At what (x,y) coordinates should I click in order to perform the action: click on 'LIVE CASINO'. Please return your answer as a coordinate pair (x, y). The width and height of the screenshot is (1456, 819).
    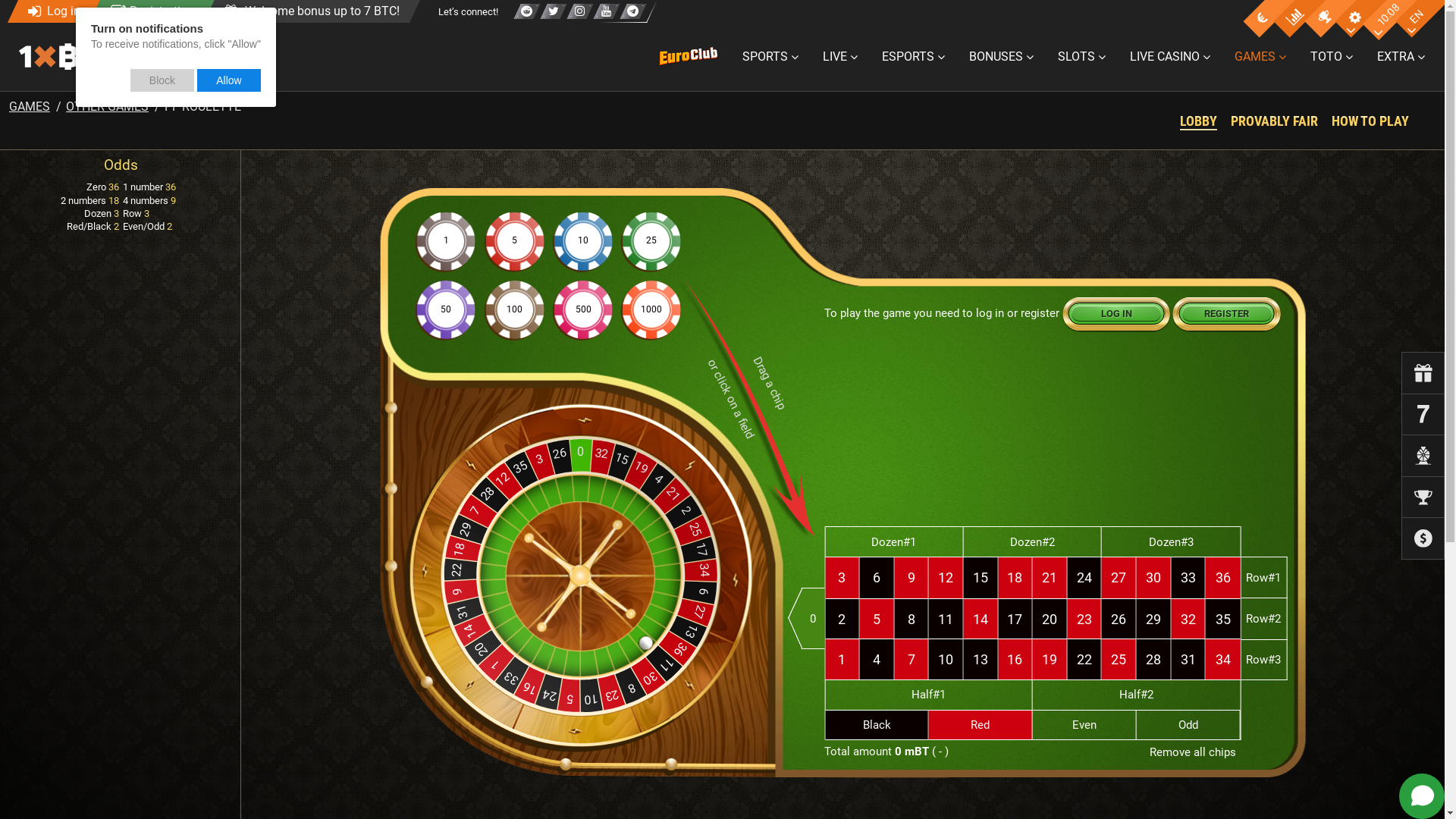
    Looking at the image, I should click on (1117, 55).